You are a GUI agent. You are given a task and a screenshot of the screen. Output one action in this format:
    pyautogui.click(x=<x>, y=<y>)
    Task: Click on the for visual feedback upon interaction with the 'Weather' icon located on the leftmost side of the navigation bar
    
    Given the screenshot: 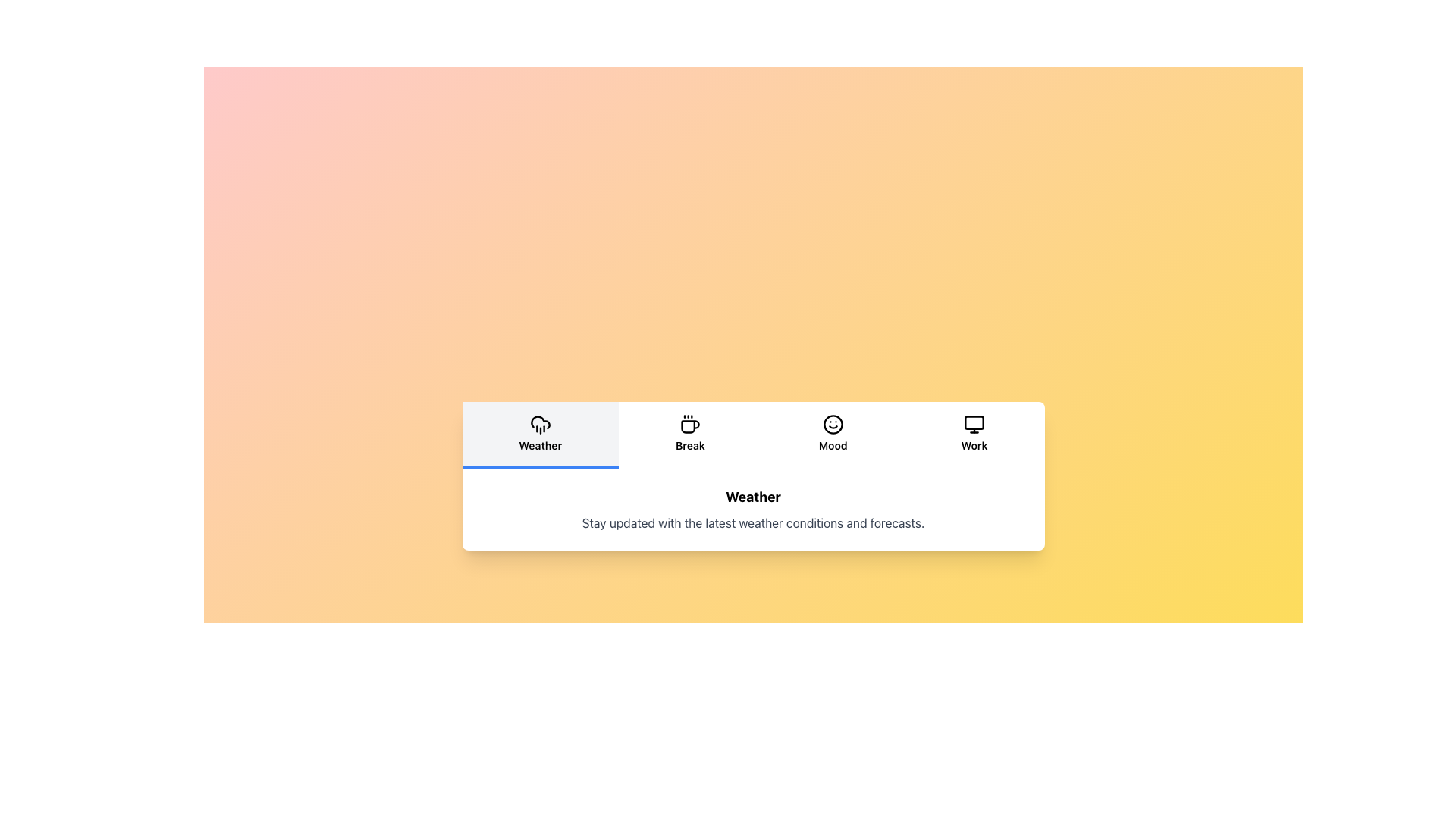 What is the action you would take?
    pyautogui.click(x=540, y=422)
    